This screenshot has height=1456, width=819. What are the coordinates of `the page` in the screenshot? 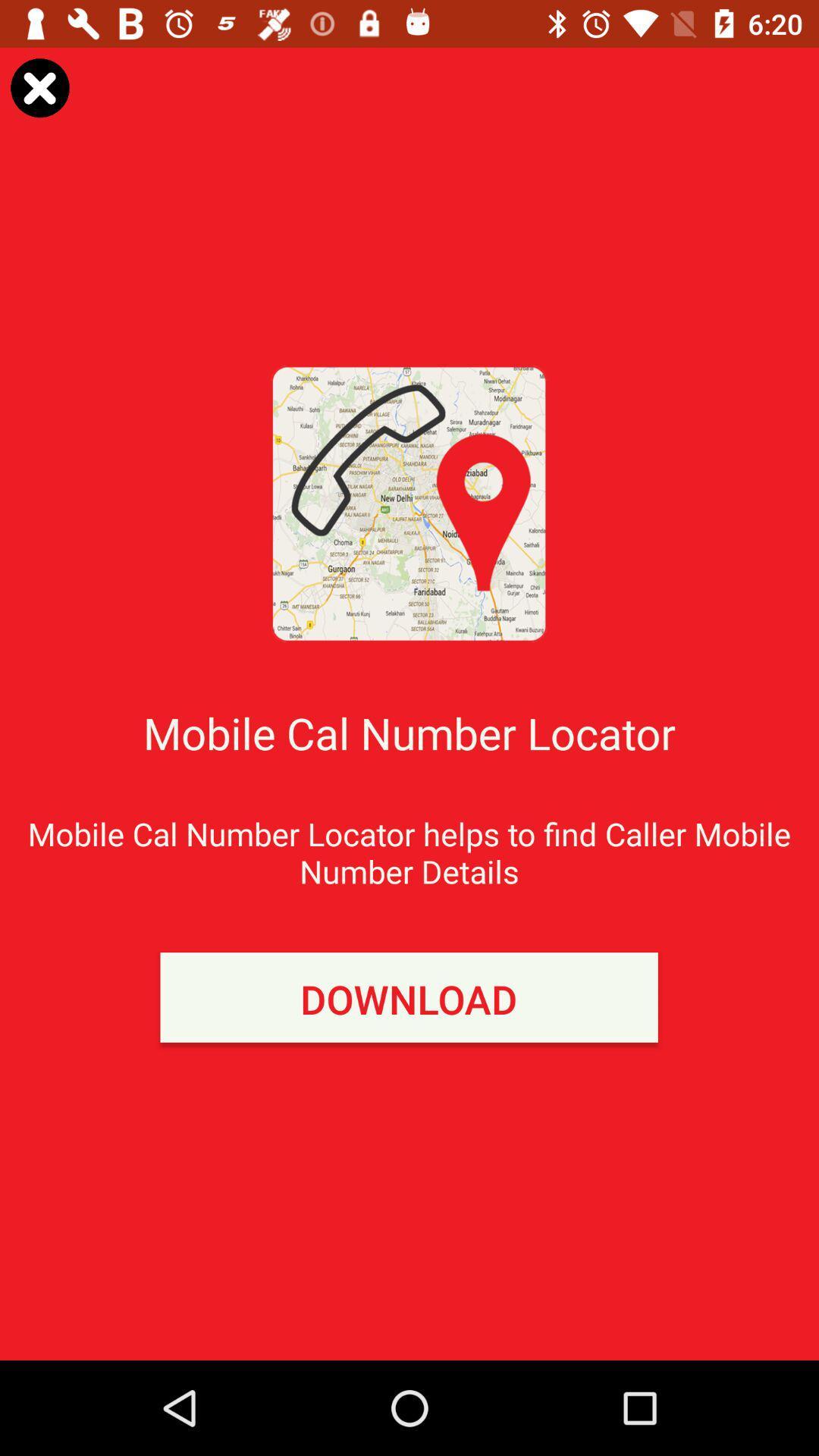 It's located at (39, 86).